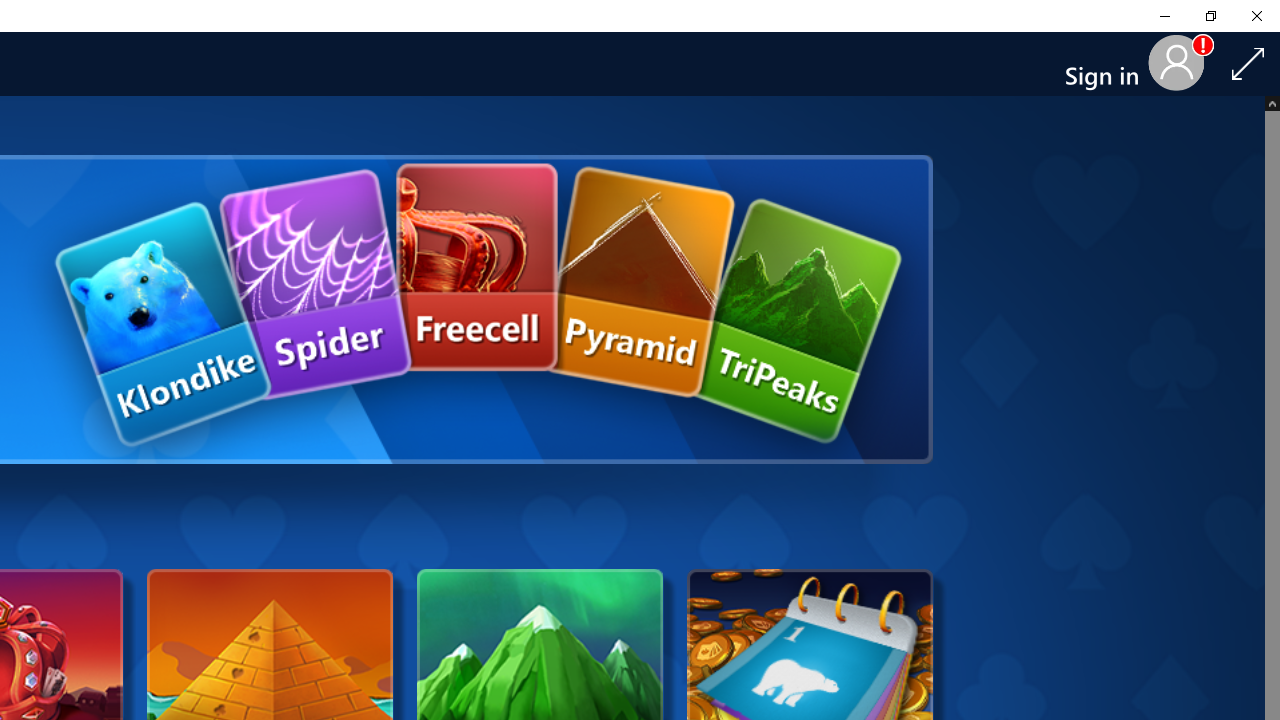 The image size is (1280, 720). What do you see at coordinates (1247, 62) in the screenshot?
I see `'Full Screen View'` at bounding box center [1247, 62].